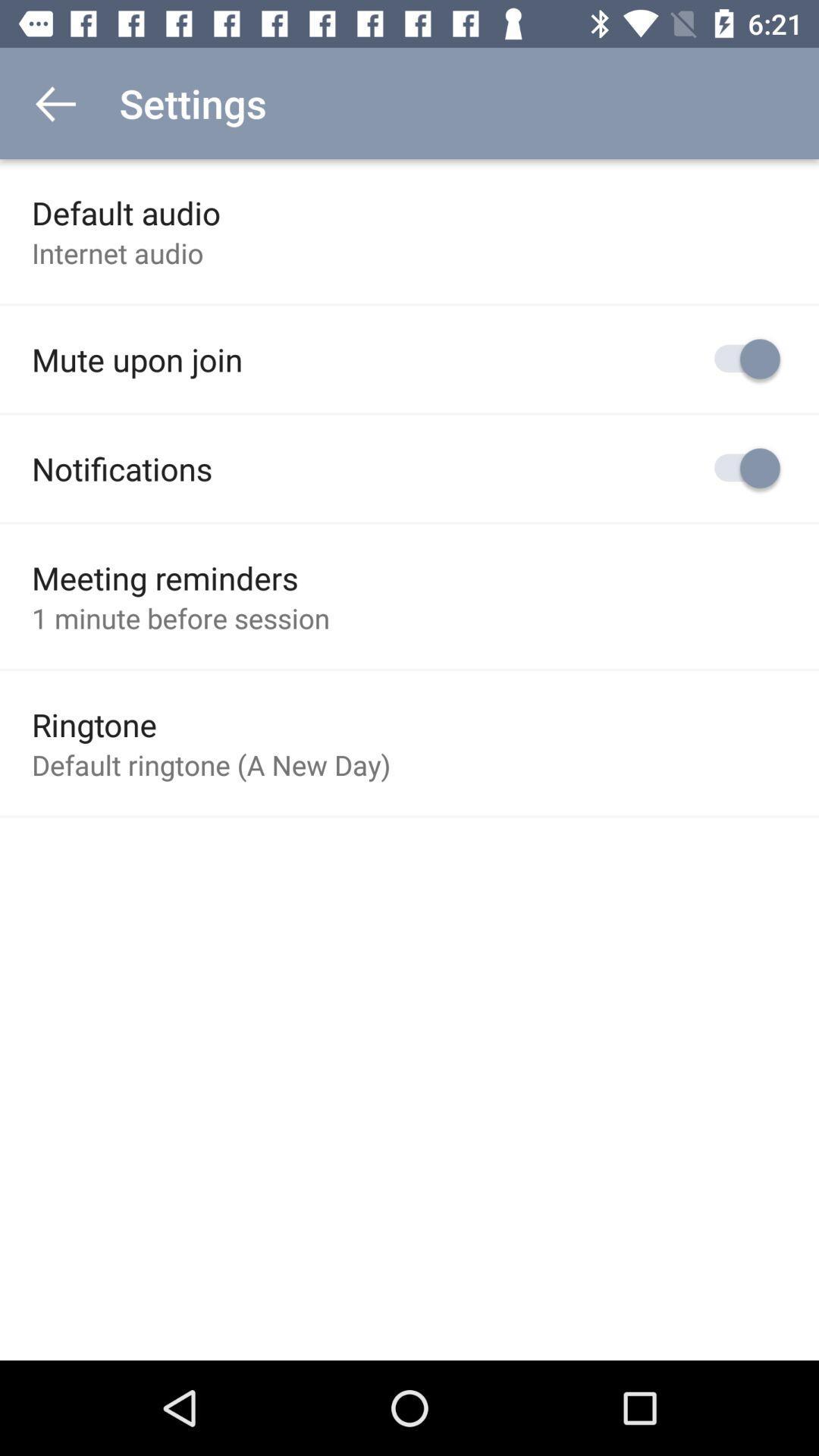 The width and height of the screenshot is (819, 1456). Describe the element at coordinates (55, 102) in the screenshot. I see `icon above default audio` at that location.